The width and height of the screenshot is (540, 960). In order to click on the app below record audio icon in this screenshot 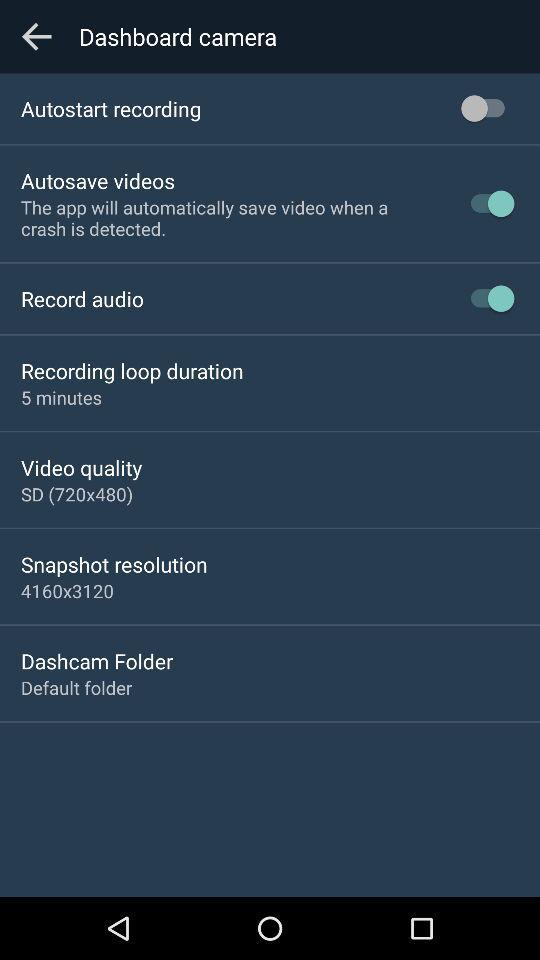, I will do `click(132, 369)`.